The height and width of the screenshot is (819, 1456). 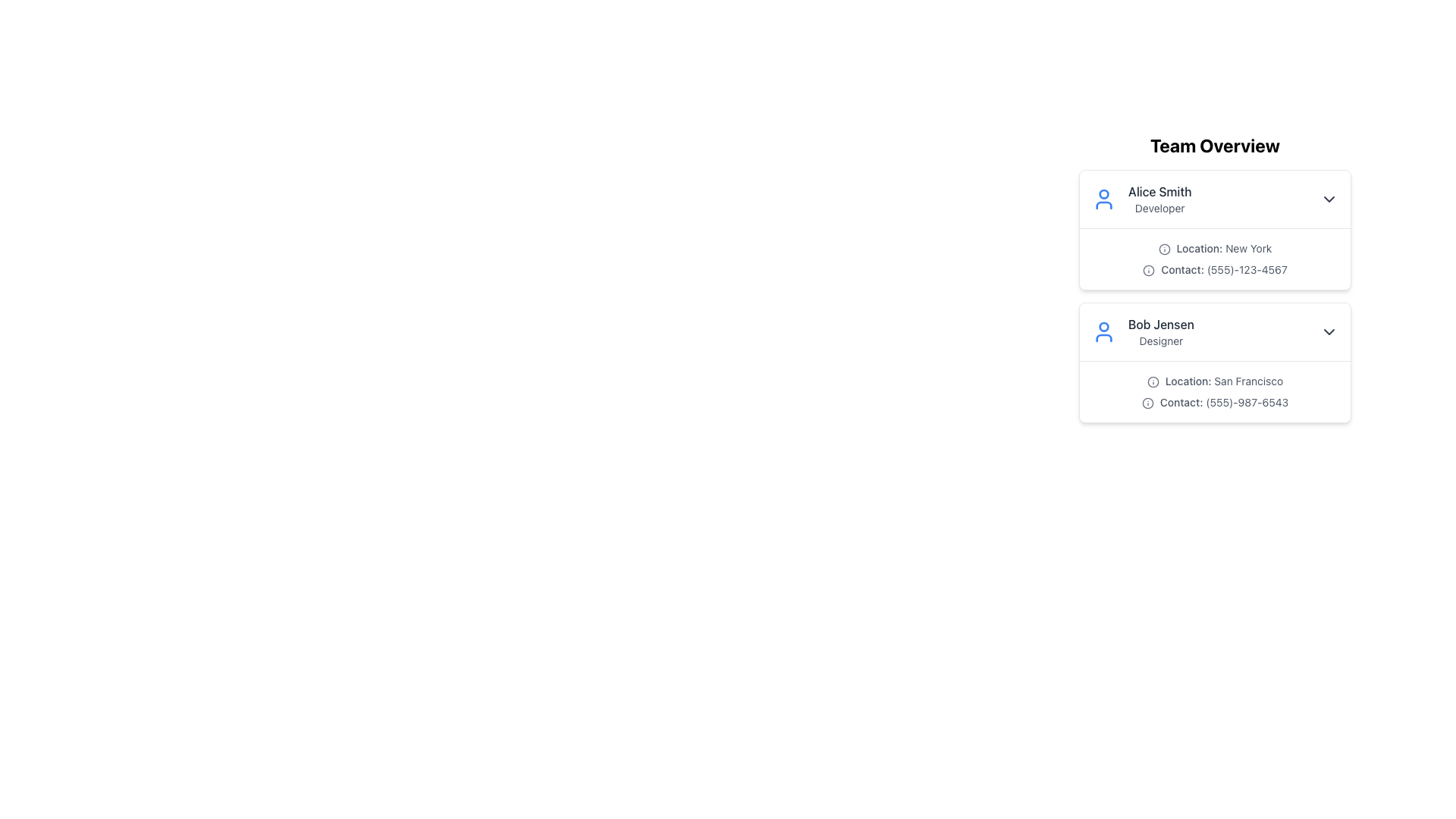 What do you see at coordinates (1160, 331) in the screenshot?
I see `the label identifying the second team member directly below 'Alice Smith - Developer' in the vertical list` at bounding box center [1160, 331].